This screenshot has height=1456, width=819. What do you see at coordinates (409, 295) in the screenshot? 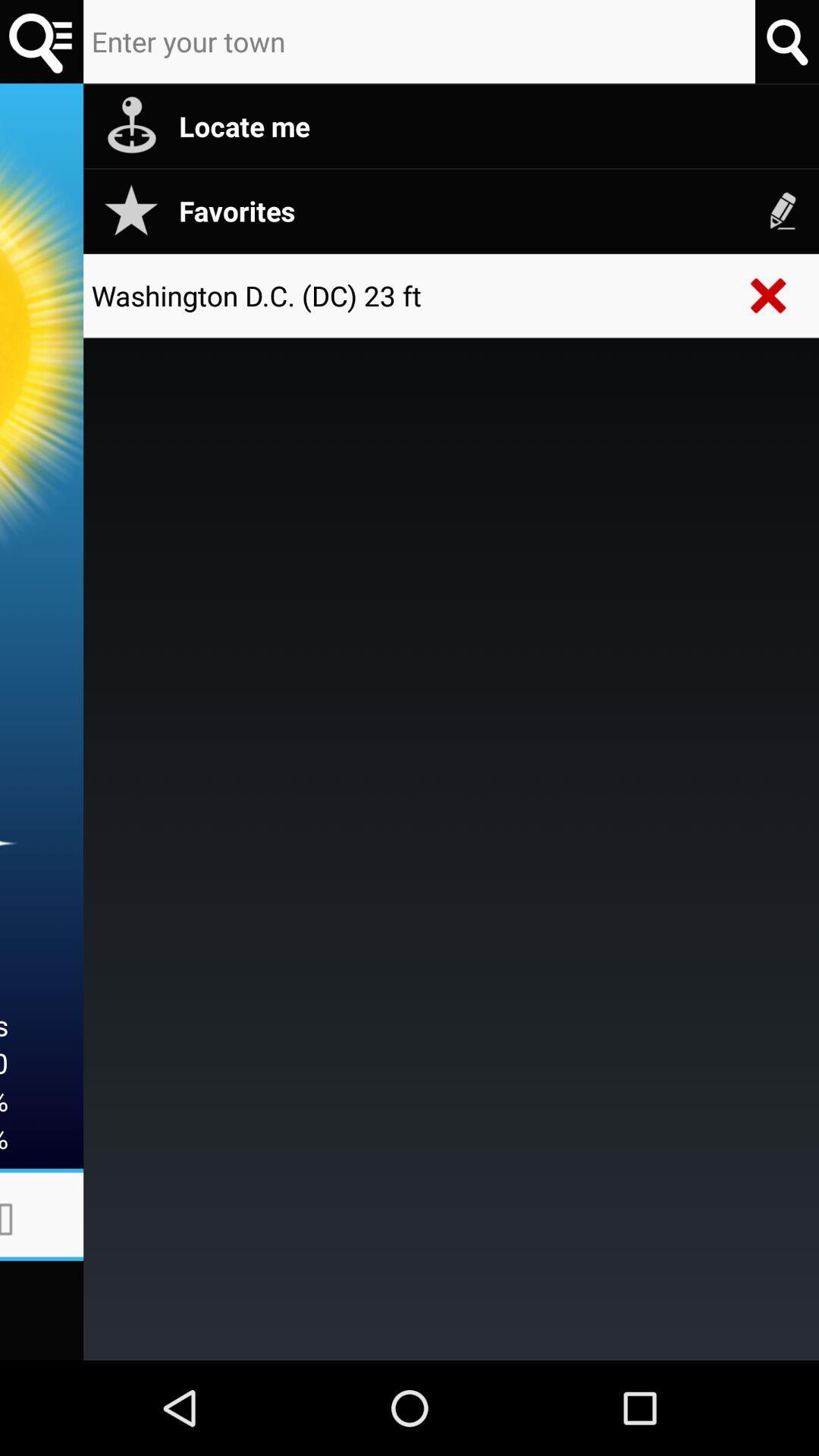
I see `the washington d c icon` at bounding box center [409, 295].